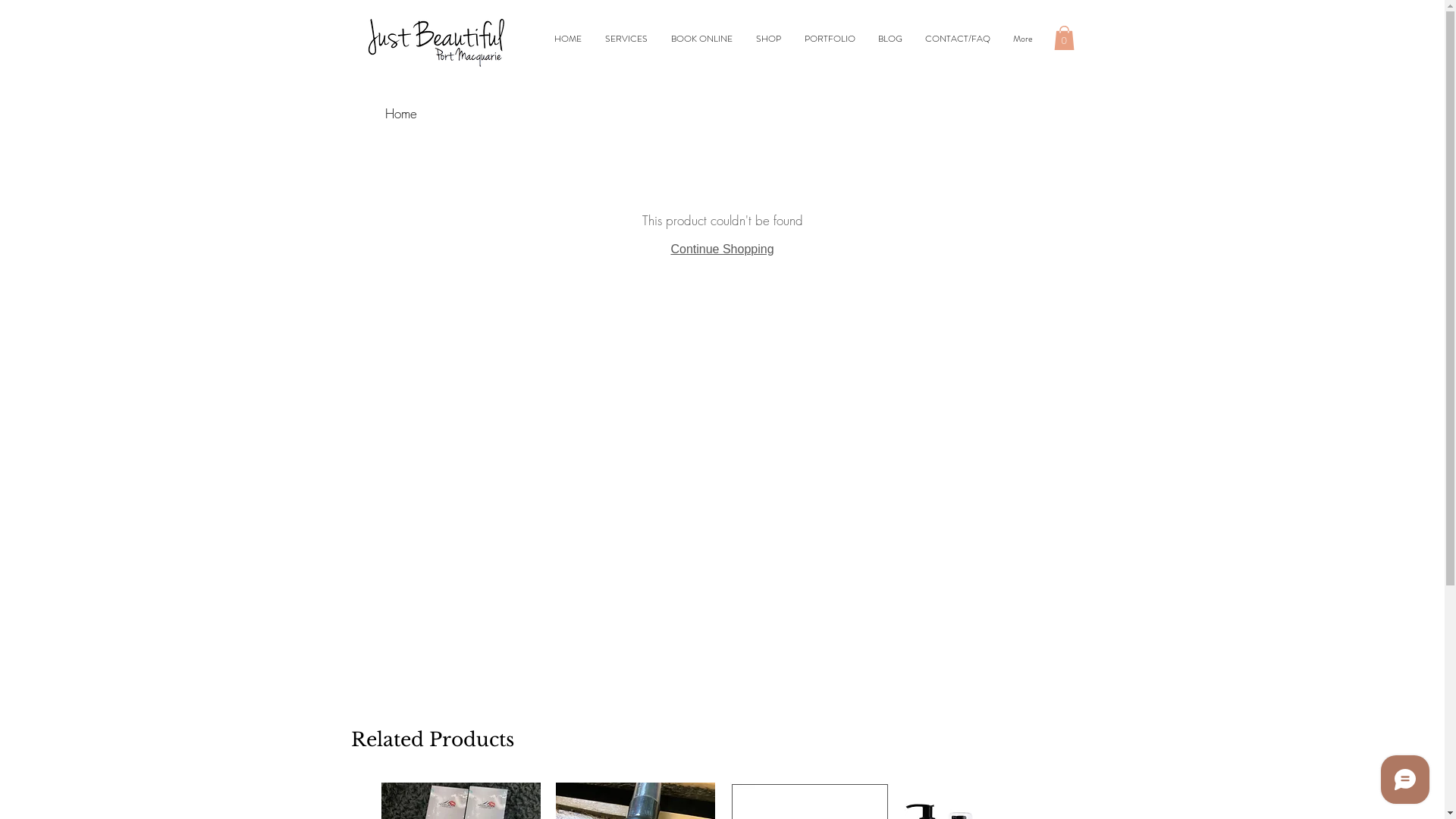 The width and height of the screenshot is (1456, 819). I want to click on 'PORTFOLIO', so click(829, 37).